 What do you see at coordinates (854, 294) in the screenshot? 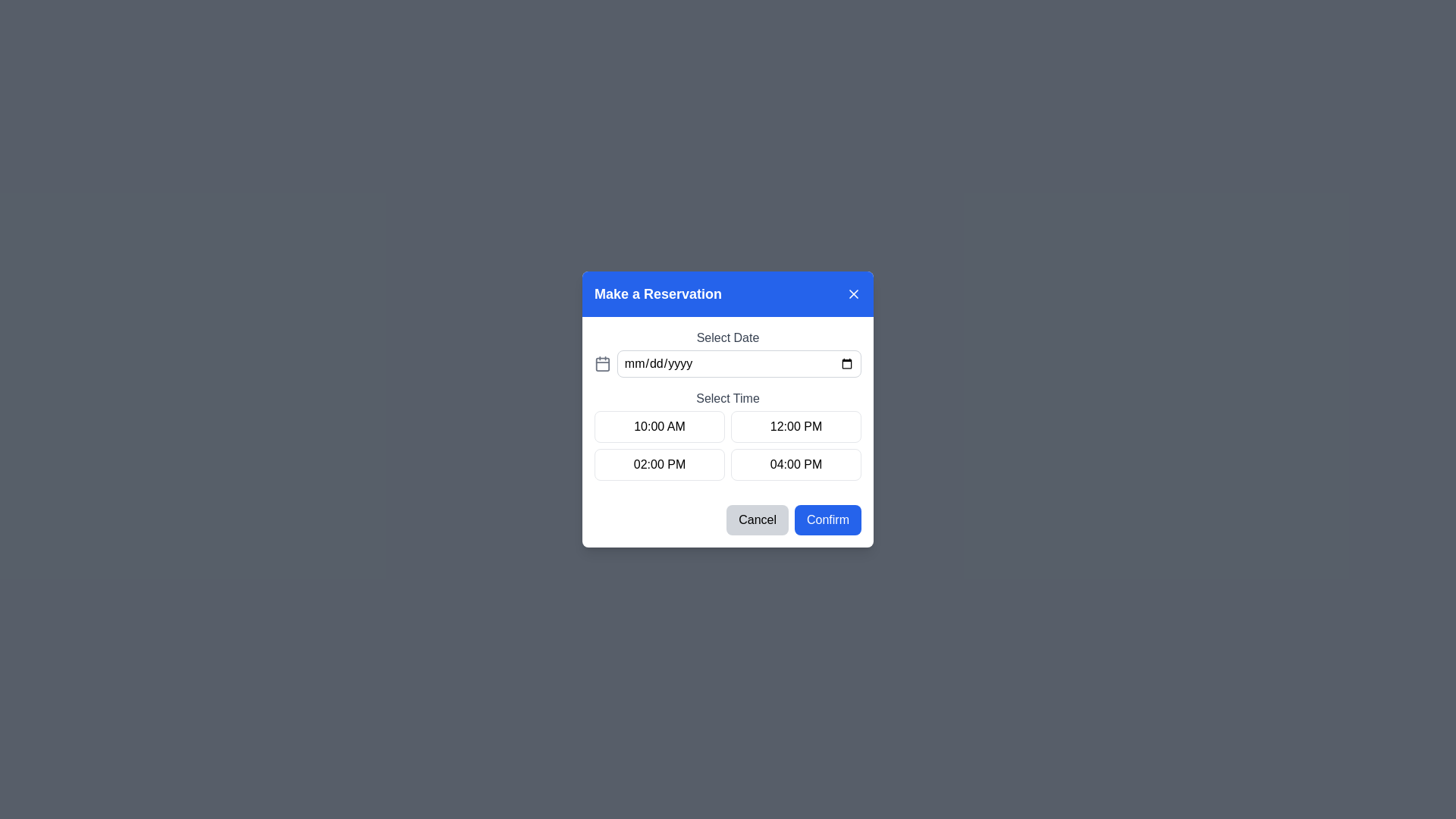
I see `the close button represented by a diagonal cross located at the top-right corner of the modal dialog box header, adjacent to the title 'Make a Reservation'` at bounding box center [854, 294].